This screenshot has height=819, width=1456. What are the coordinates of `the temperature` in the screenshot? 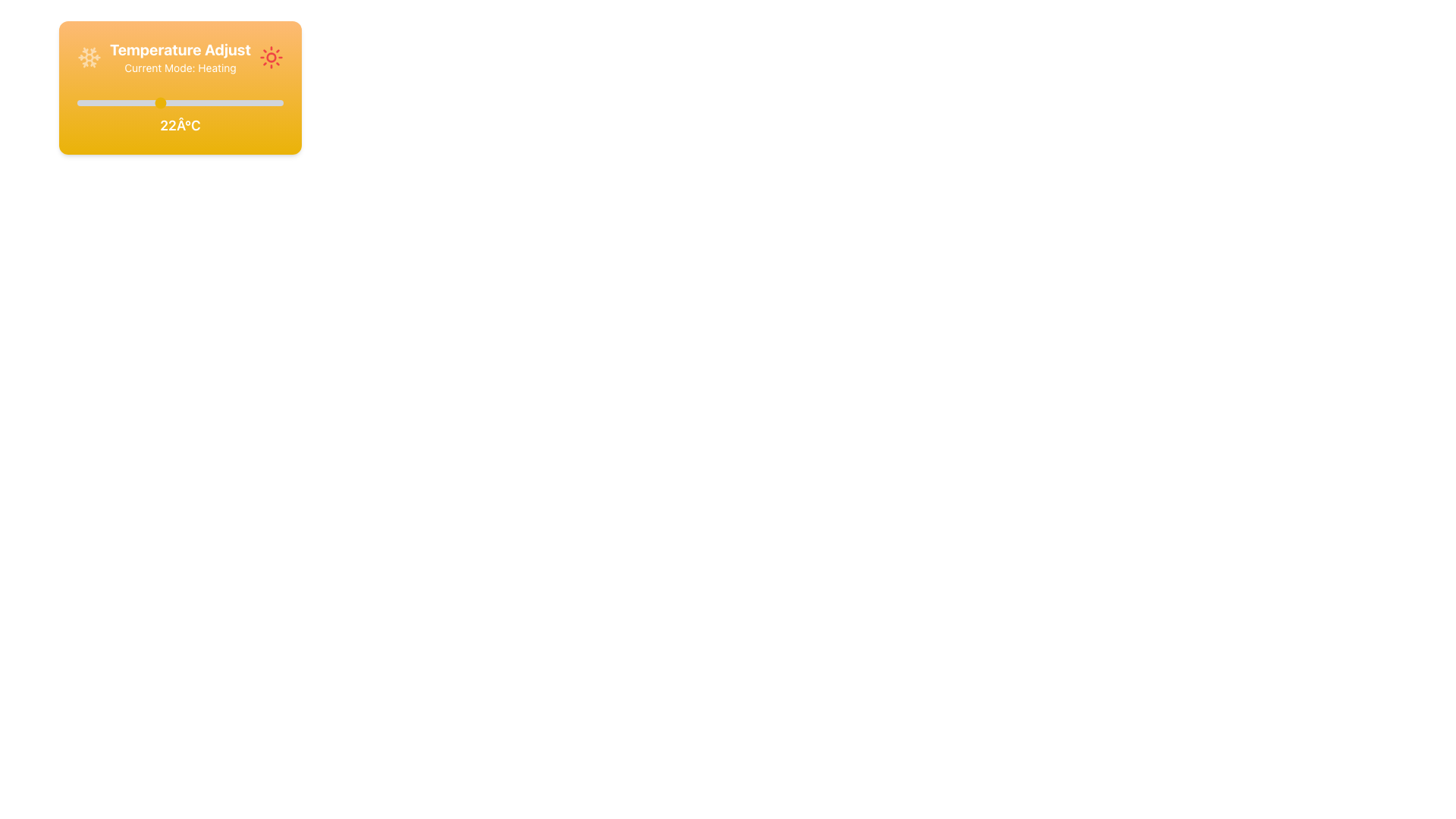 It's located at (83, 102).